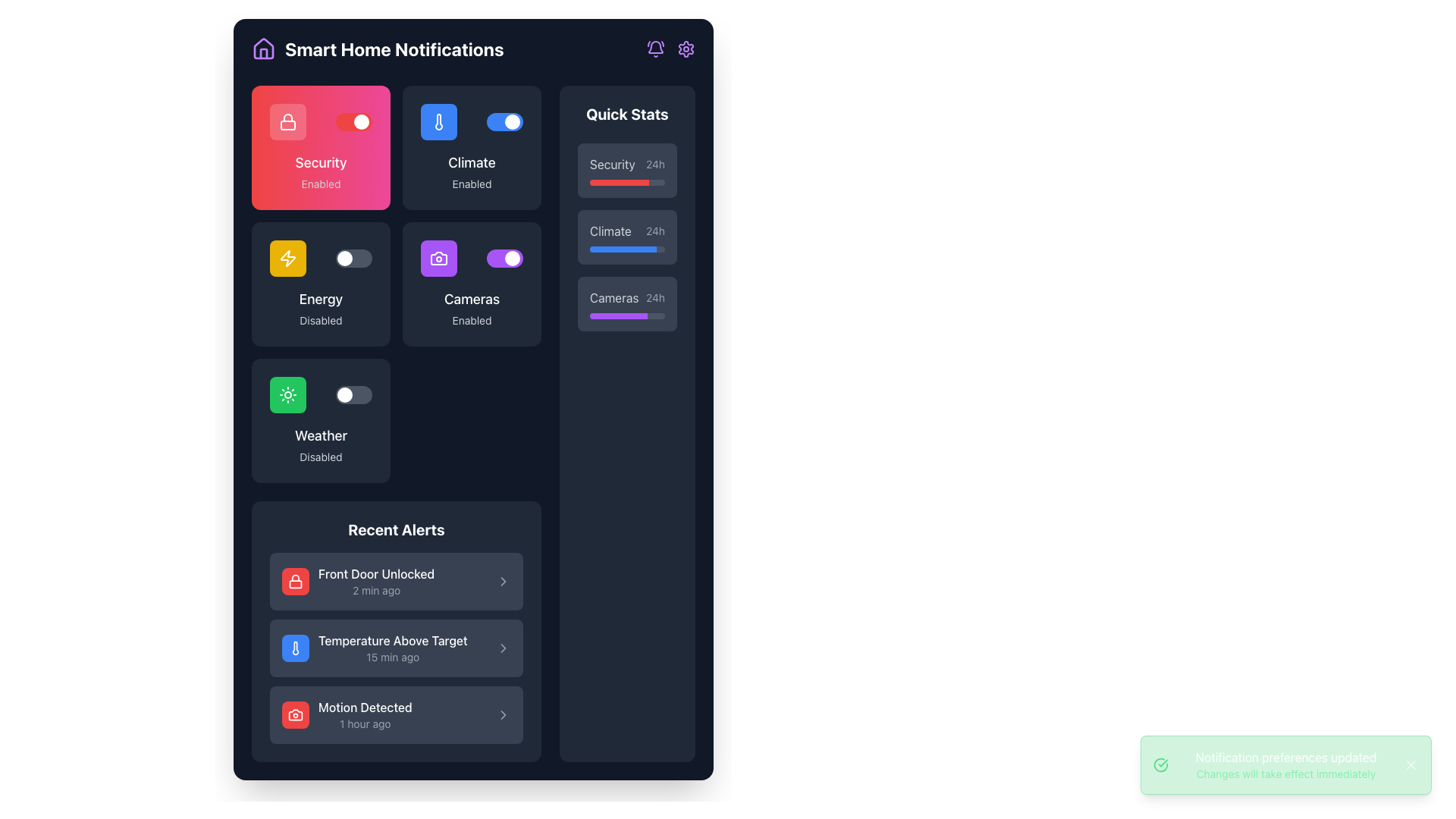 This screenshot has width=1456, height=819. I want to click on the cogwheel icon, which is purple and located in the top-right corner of the interface, so click(686, 49).